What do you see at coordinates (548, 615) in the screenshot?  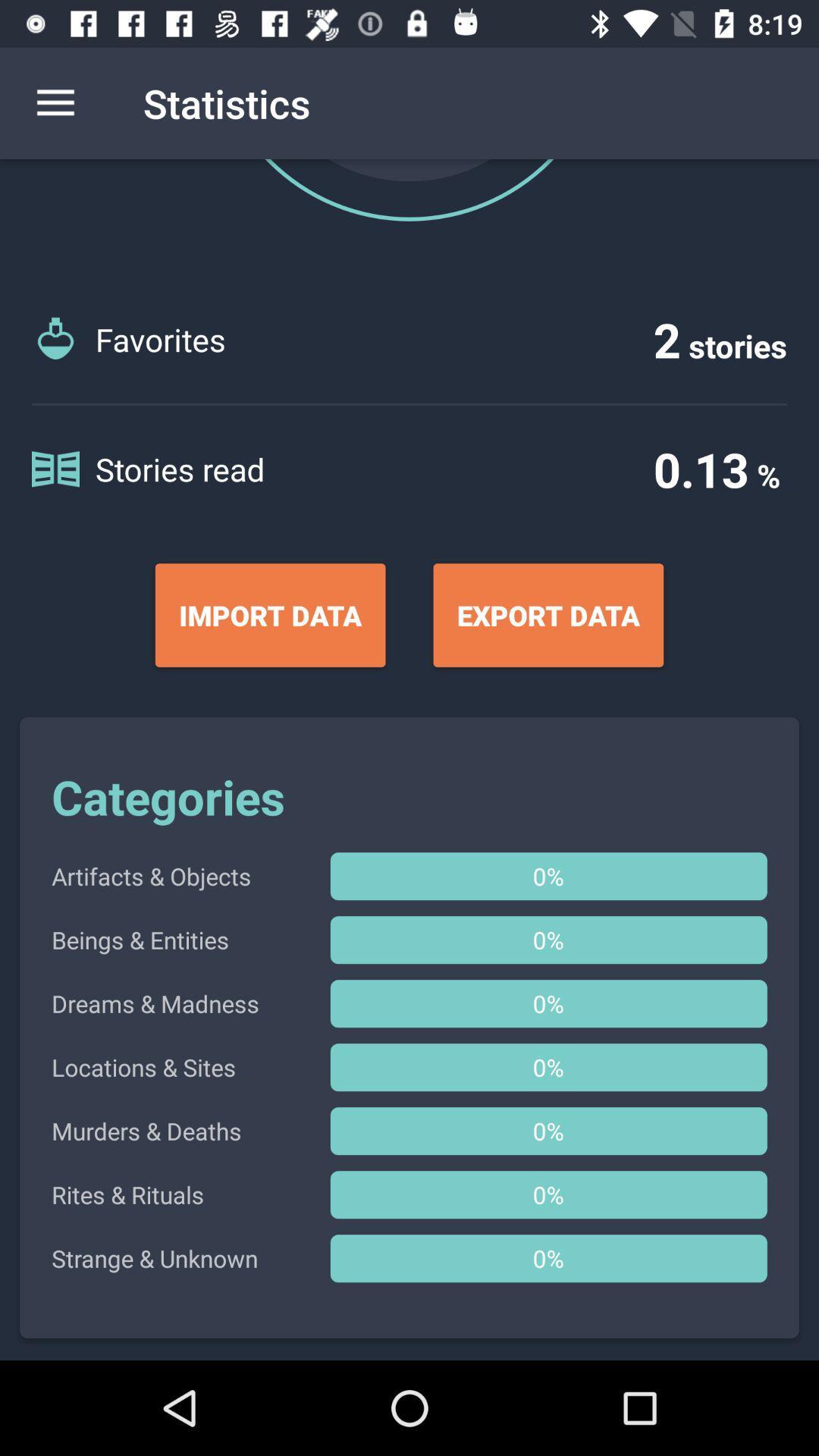 I see `the item next to import data icon` at bounding box center [548, 615].